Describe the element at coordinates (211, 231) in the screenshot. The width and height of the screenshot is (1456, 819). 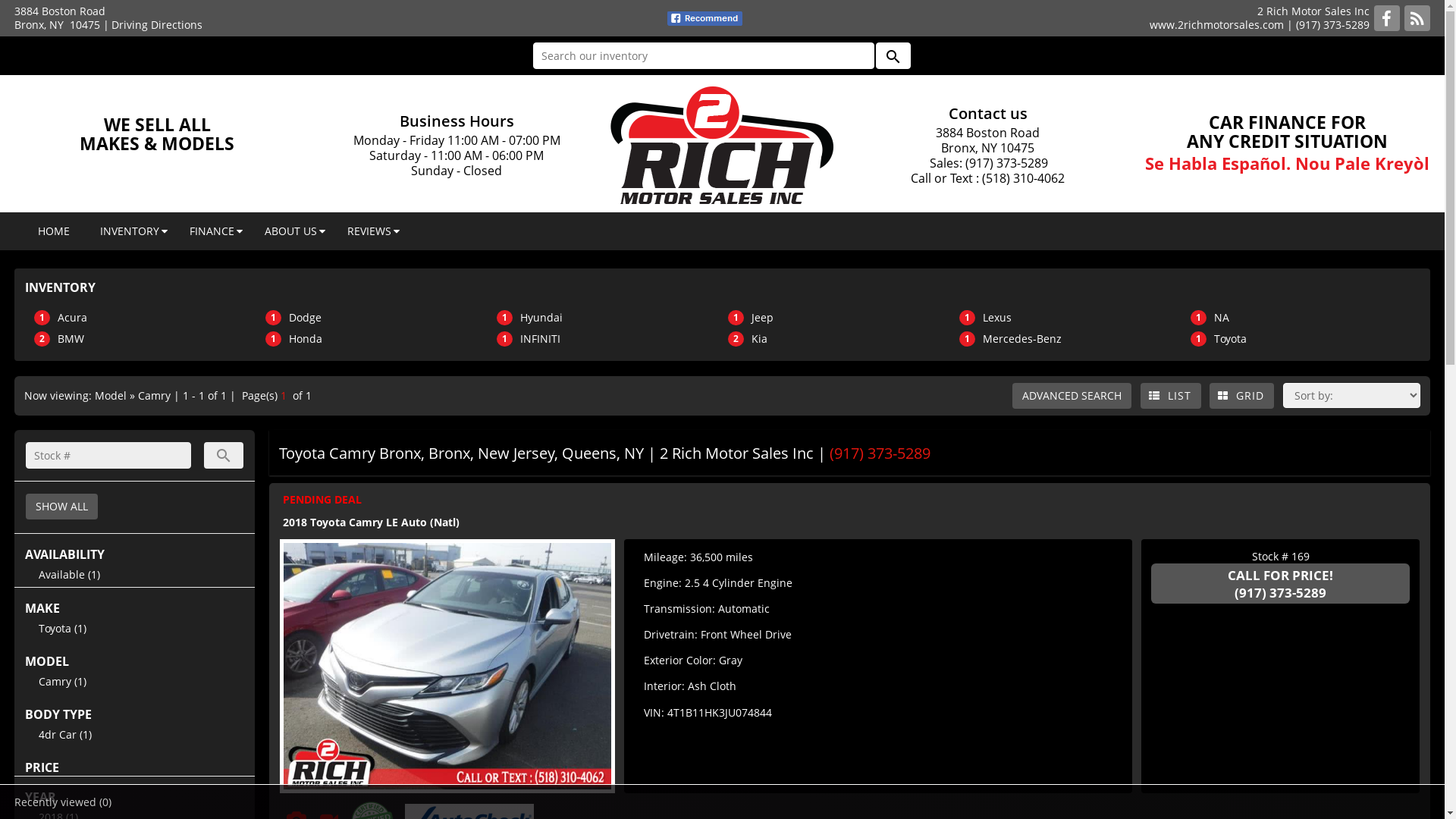
I see `'FINANCE'` at that location.